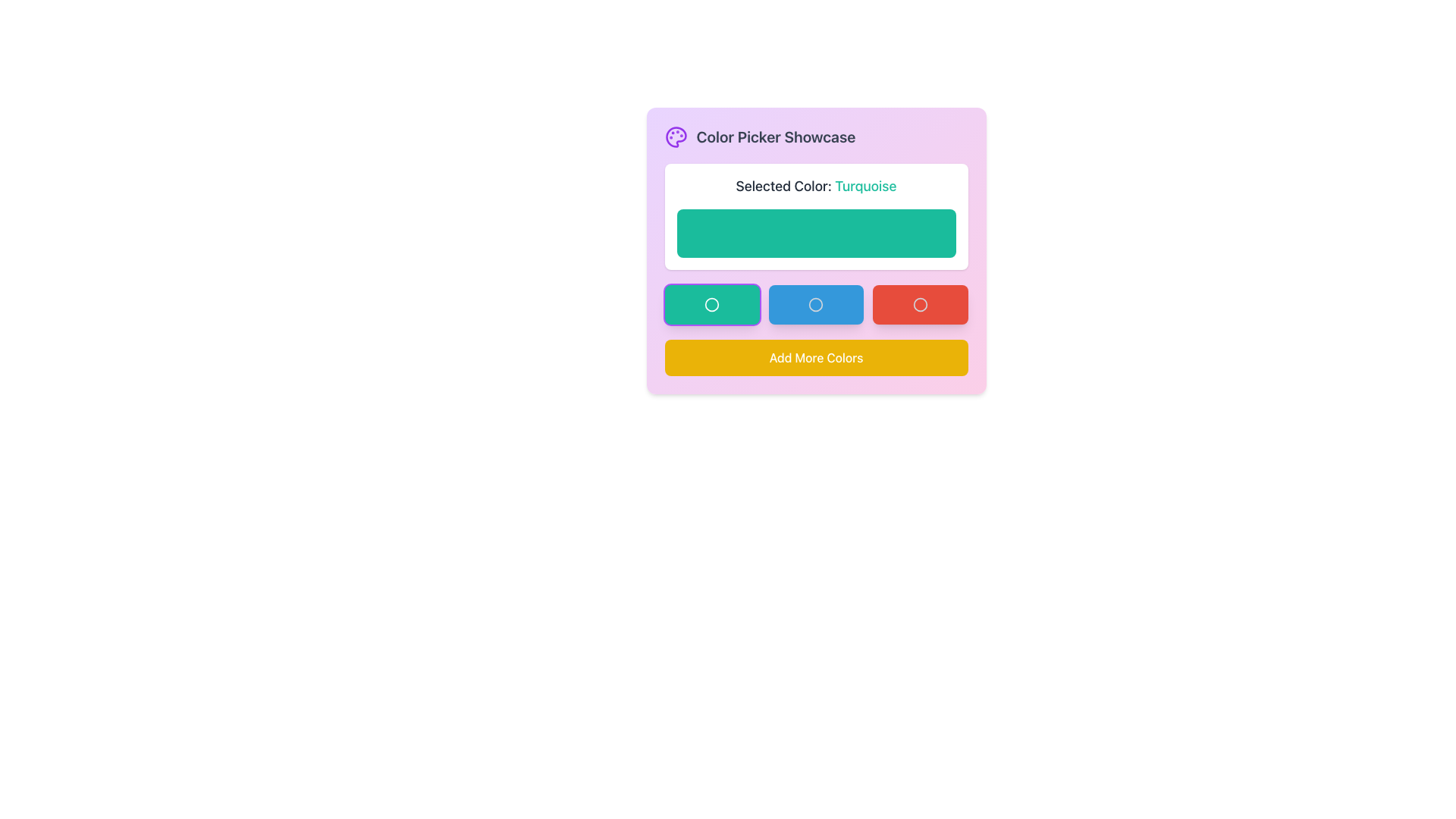  Describe the element at coordinates (675, 137) in the screenshot. I see `the color palette icon located in the top-left corner of the interface, adjacent to the 'Color Picker Showcase' text` at that location.